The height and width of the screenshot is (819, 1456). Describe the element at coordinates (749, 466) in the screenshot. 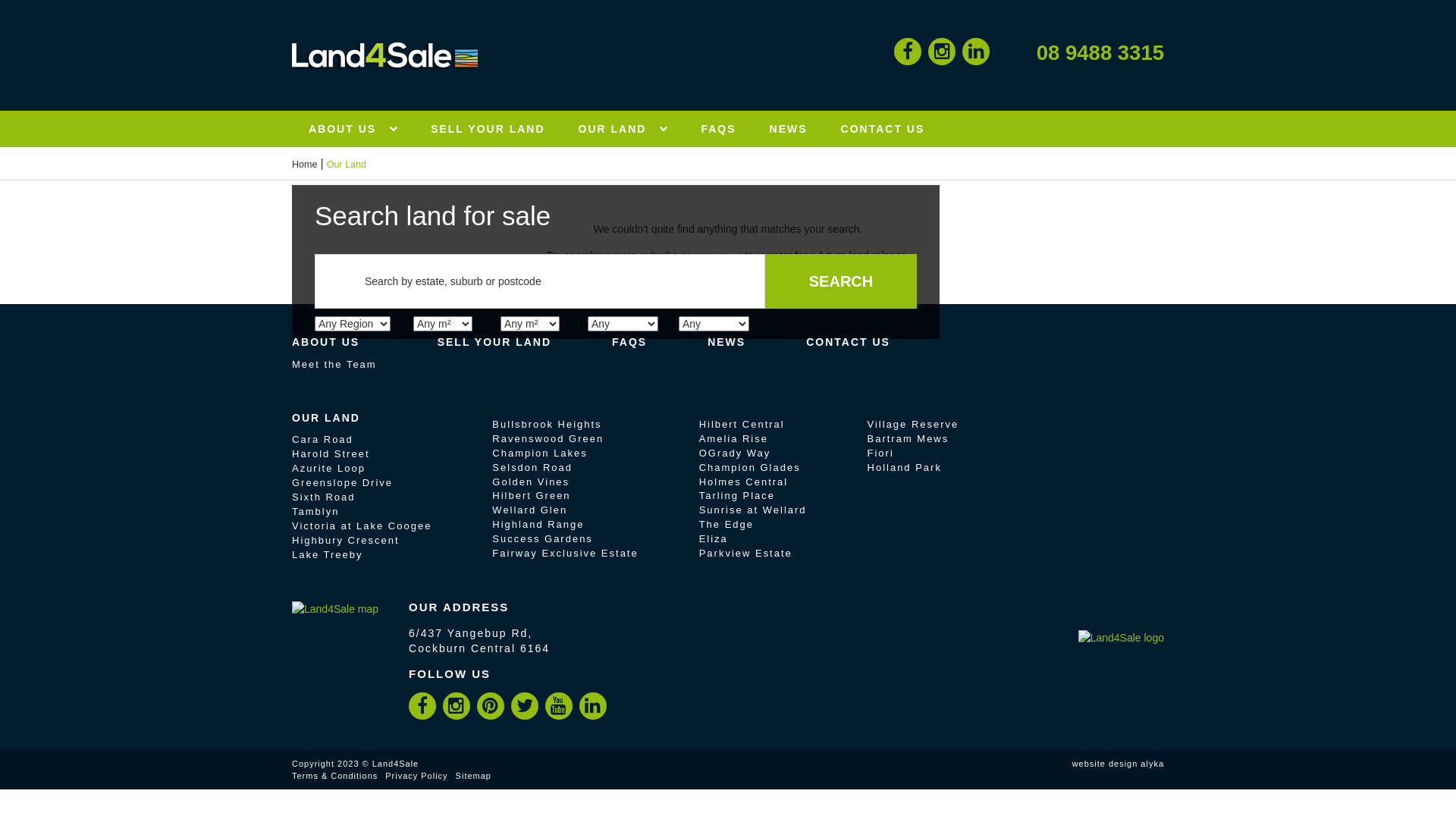

I see `'Champion Glades'` at that location.